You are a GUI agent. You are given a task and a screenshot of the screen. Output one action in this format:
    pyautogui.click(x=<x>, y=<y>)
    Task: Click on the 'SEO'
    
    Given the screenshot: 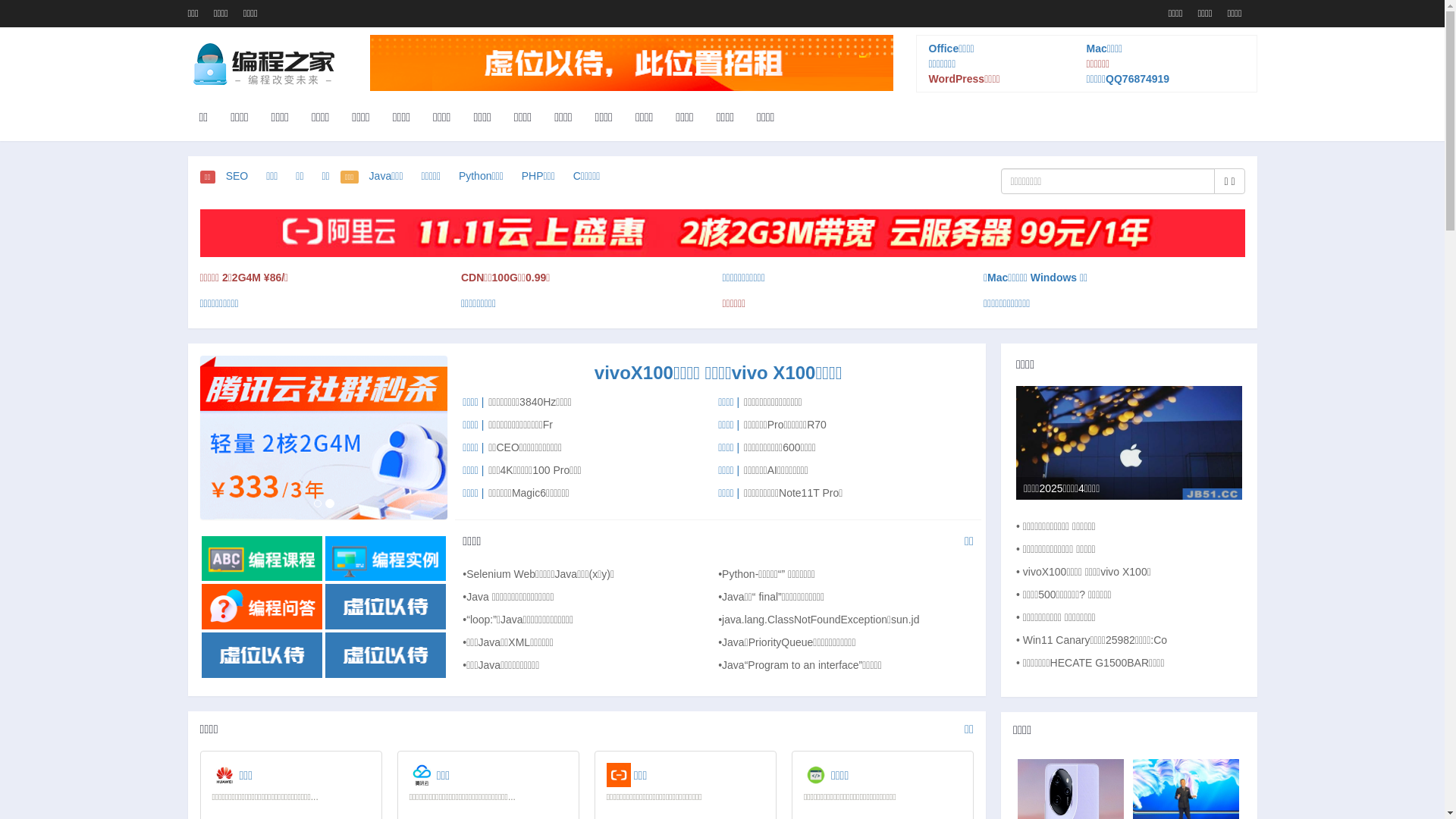 What is the action you would take?
    pyautogui.click(x=236, y=174)
    